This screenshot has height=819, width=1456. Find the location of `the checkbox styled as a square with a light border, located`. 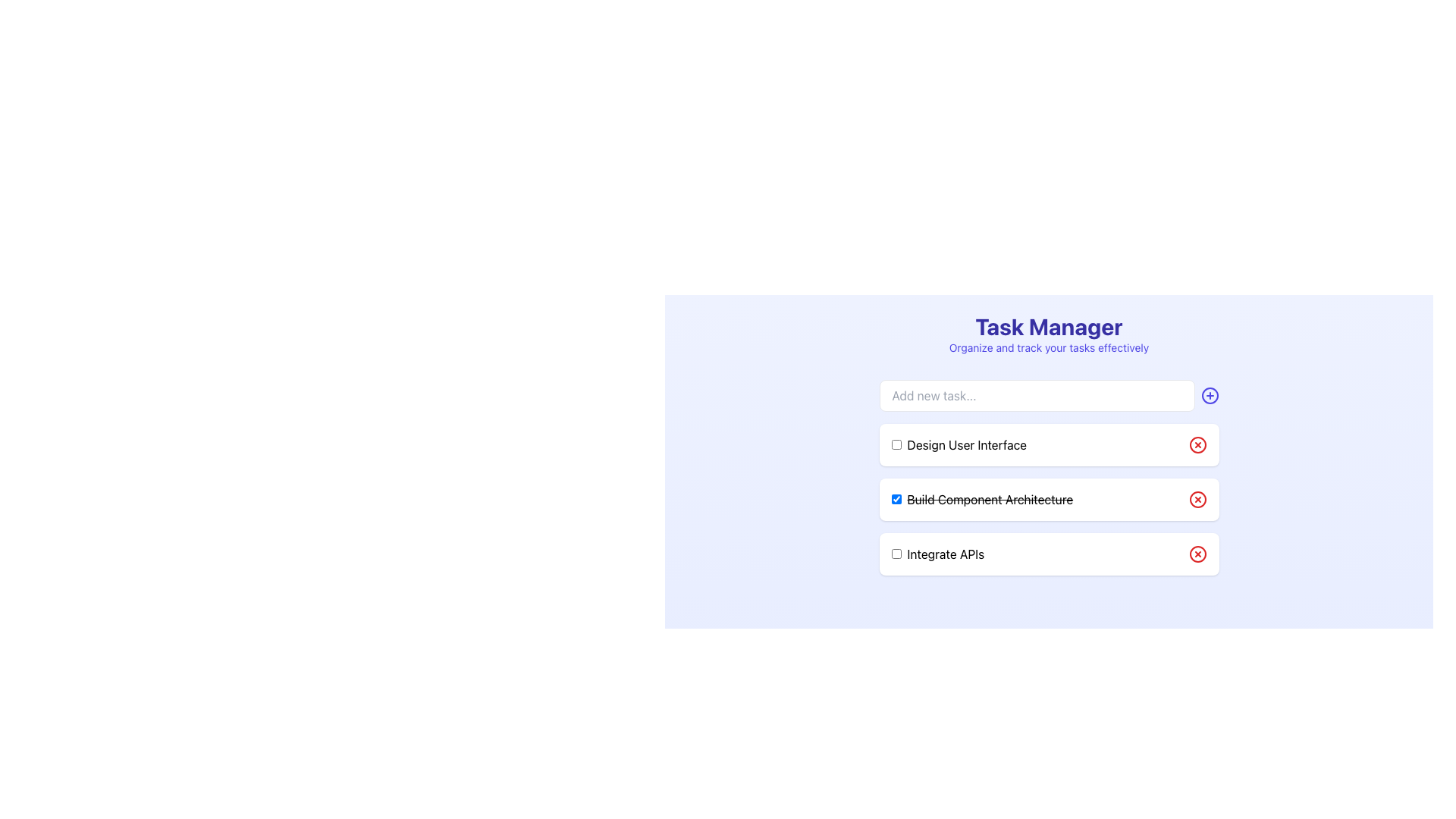

the checkbox styled as a square with a light border, located is located at coordinates (896, 444).